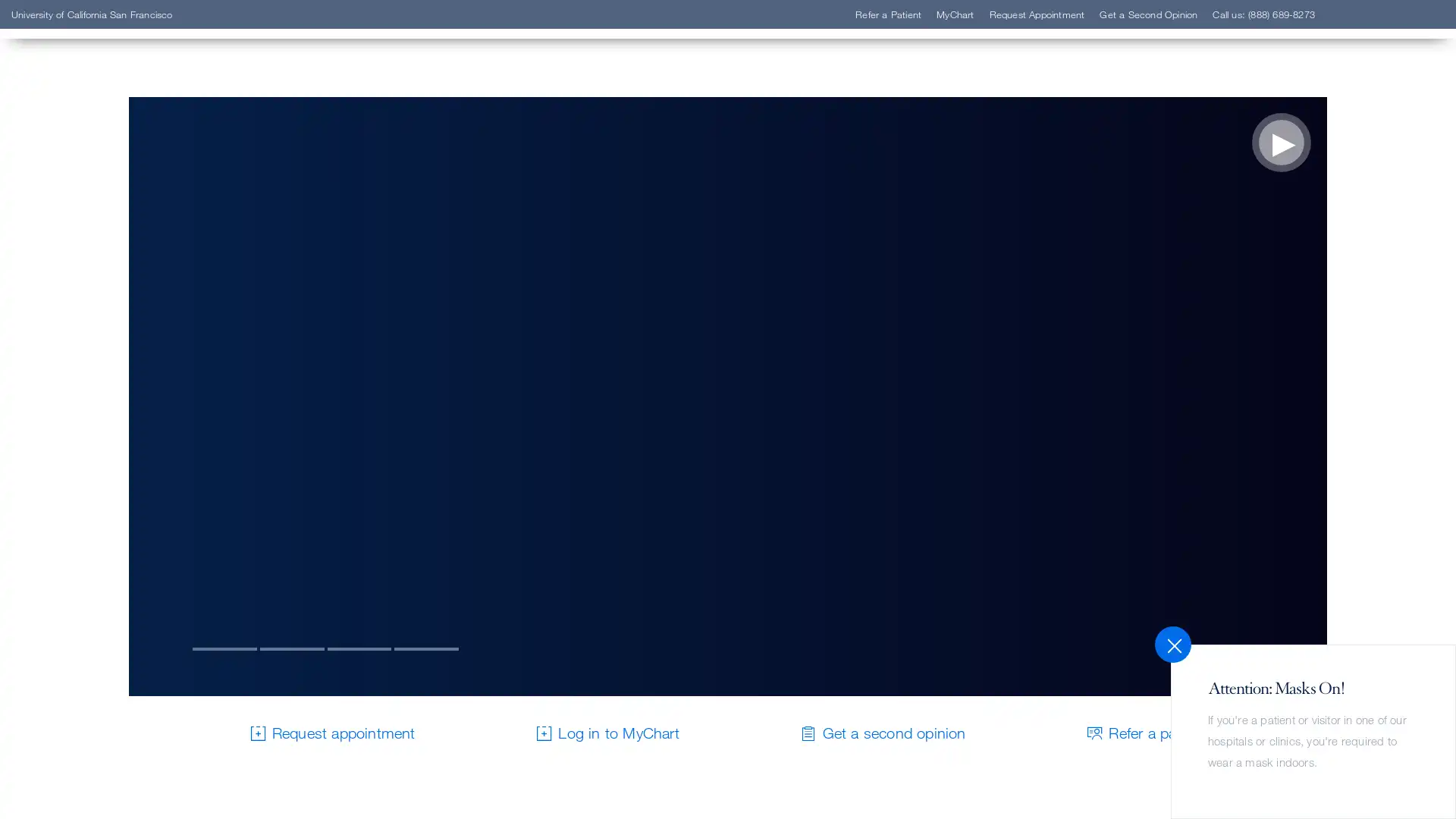  Describe the element at coordinates (105, 223) in the screenshot. I see `Find a Doctor` at that location.